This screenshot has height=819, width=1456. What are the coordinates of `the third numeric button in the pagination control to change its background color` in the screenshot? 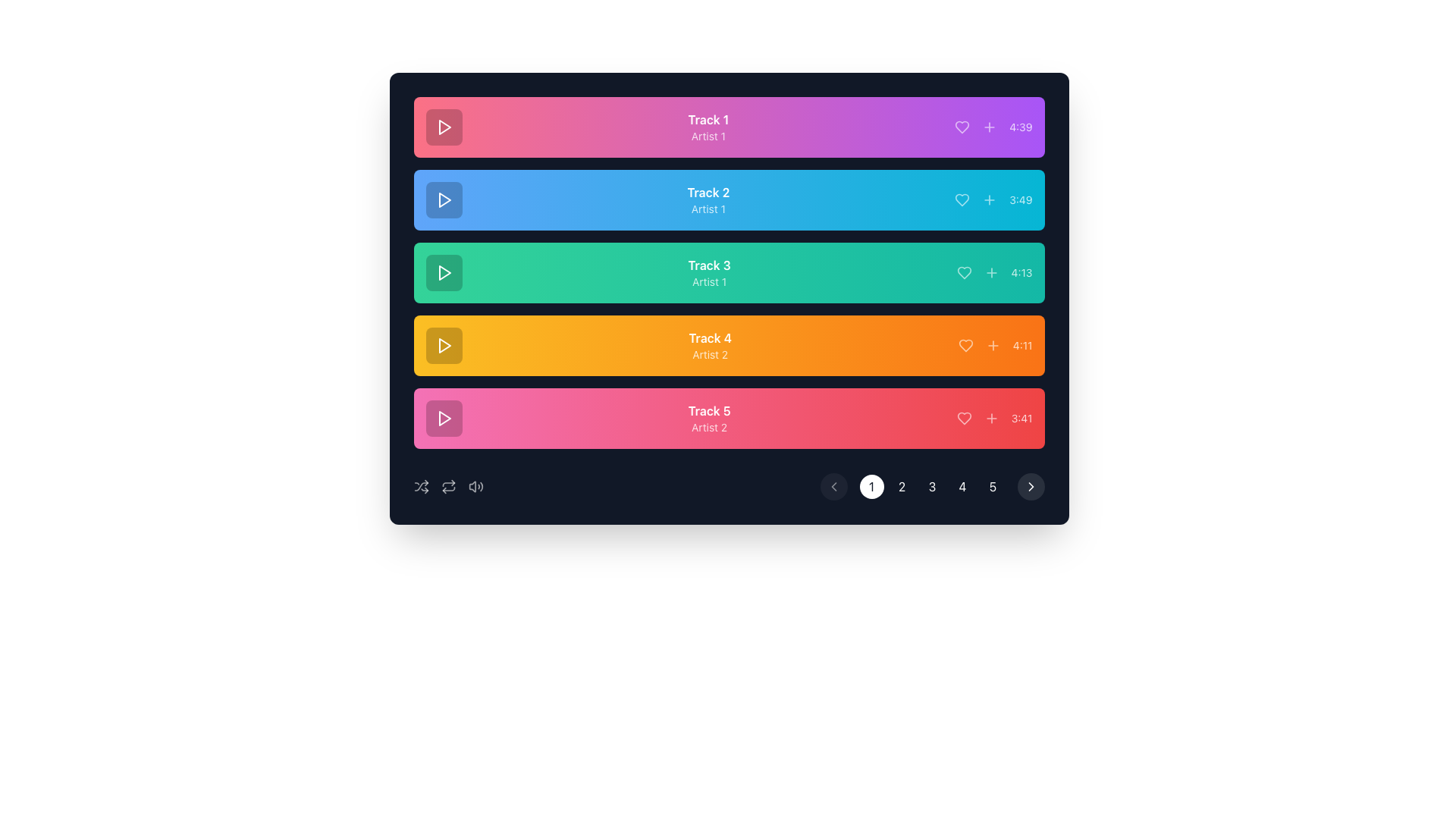 It's located at (931, 486).